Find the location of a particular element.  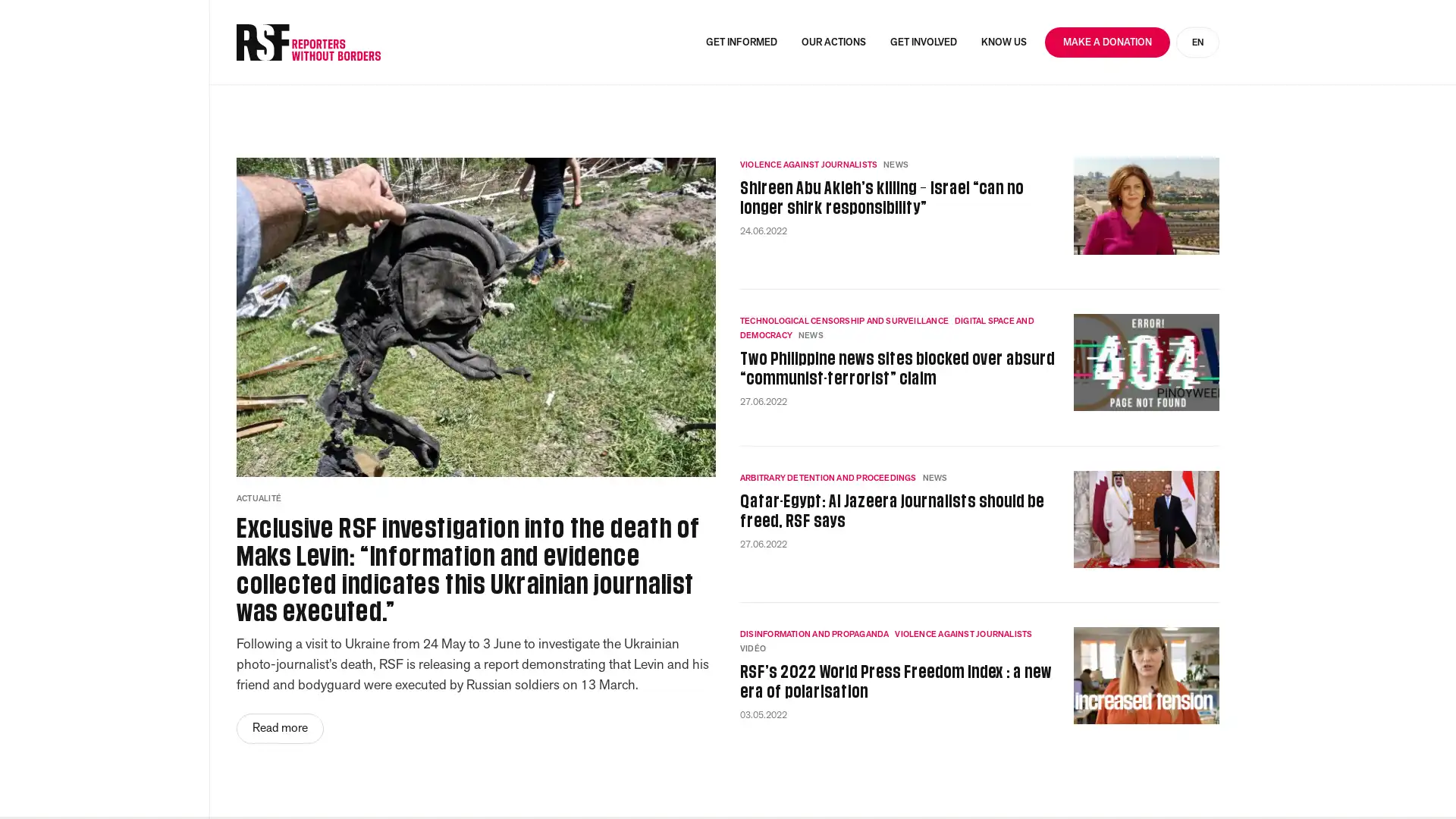

Personalise (modal window) is located at coordinates (1224, 780).